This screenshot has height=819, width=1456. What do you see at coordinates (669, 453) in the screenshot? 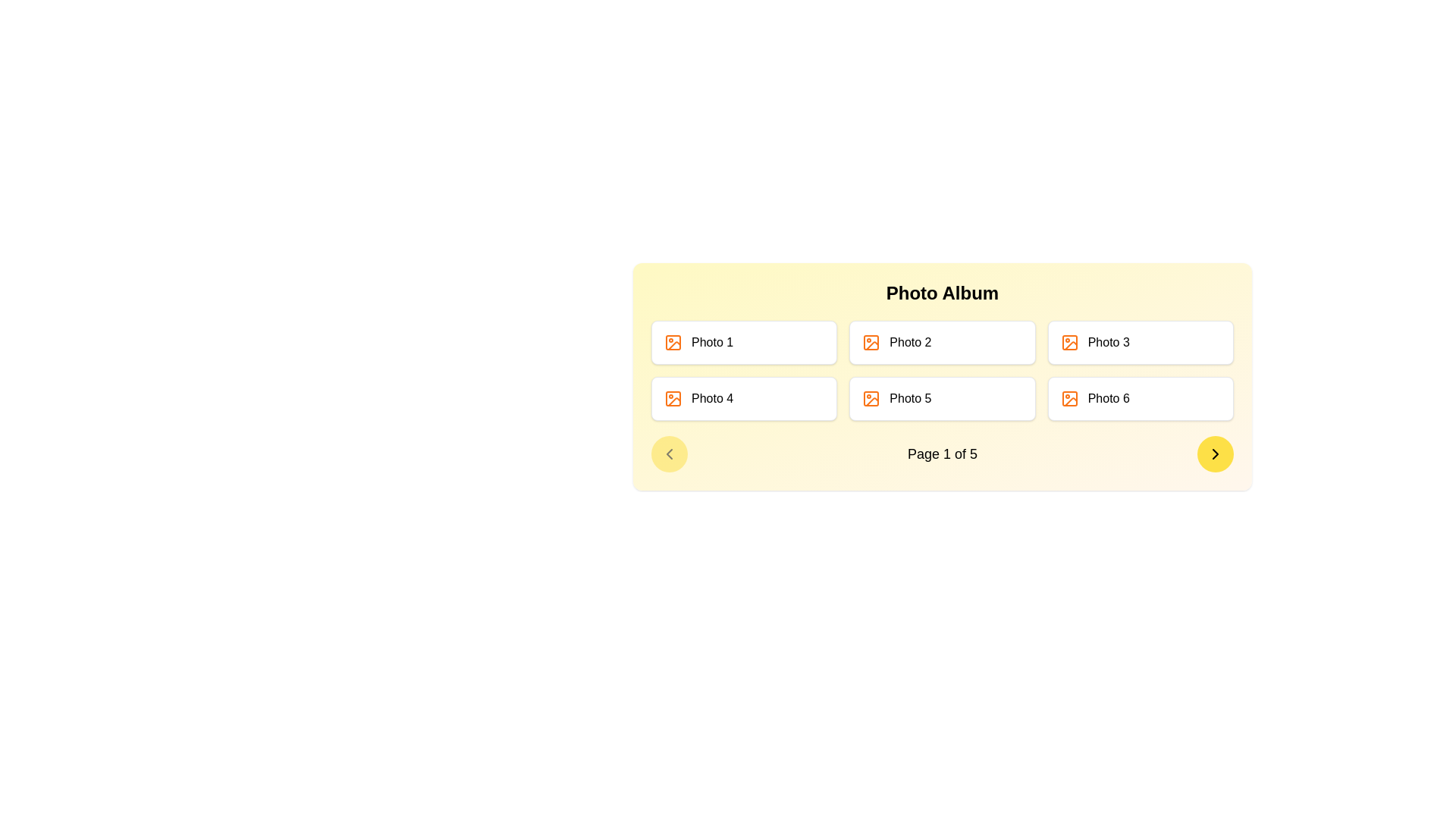
I see `the Chevron icon located in the bottom-left corner of the photo album interface` at bounding box center [669, 453].